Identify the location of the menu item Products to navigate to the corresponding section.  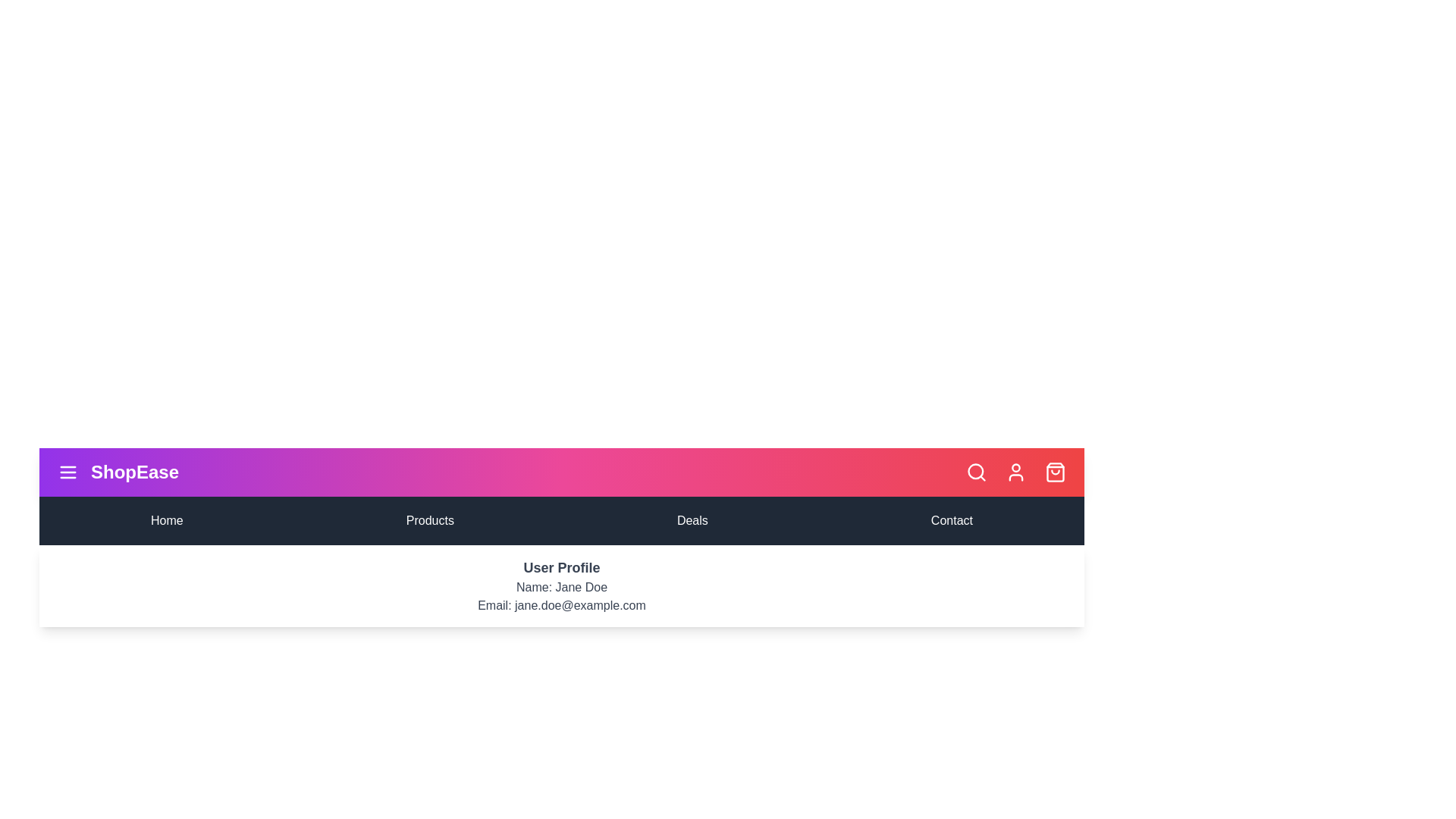
(428, 519).